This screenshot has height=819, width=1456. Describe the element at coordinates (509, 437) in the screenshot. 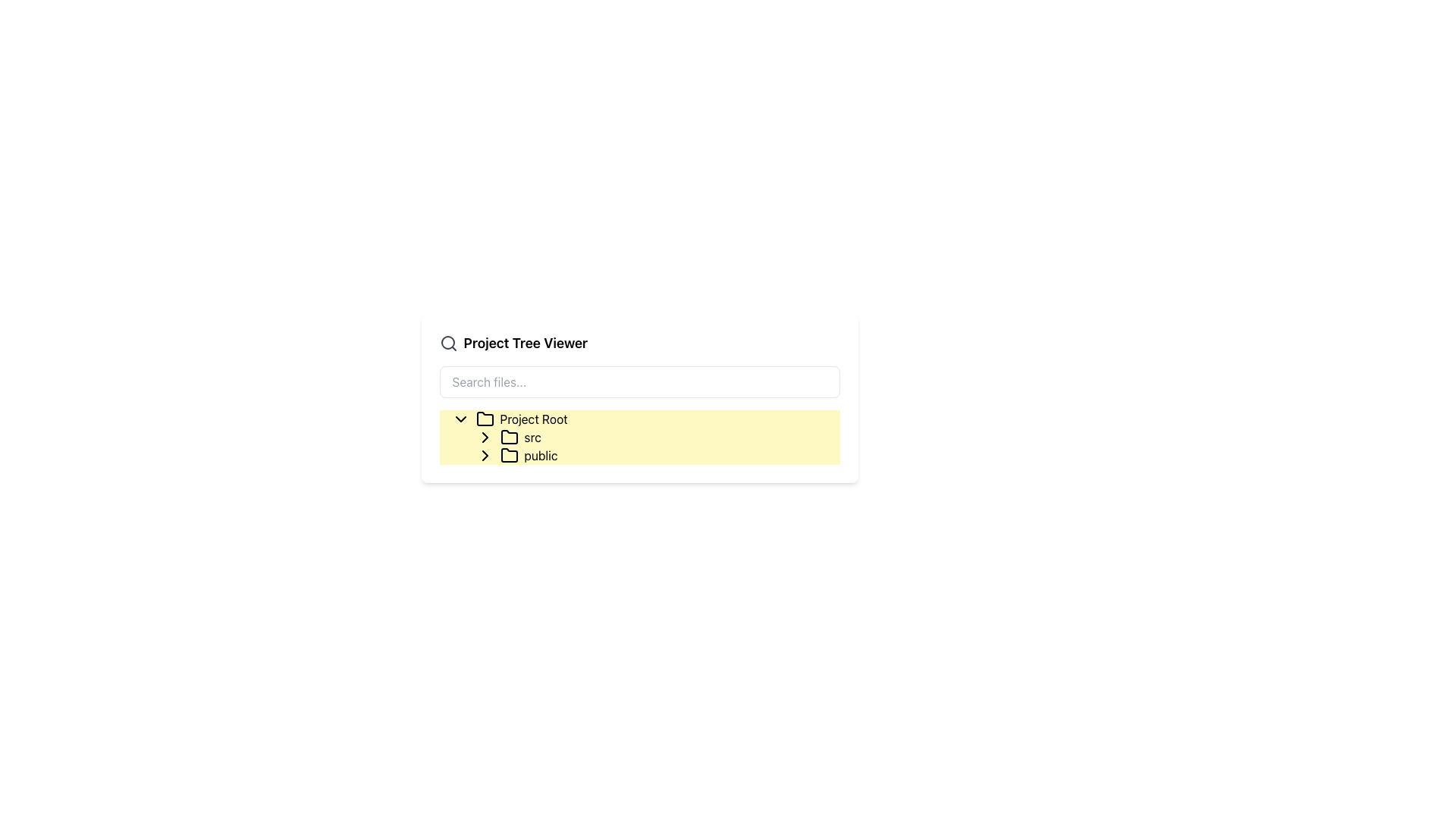

I see `the folder icon adjacent to the 'src' label in the 'Project Tree Viewer'` at that location.